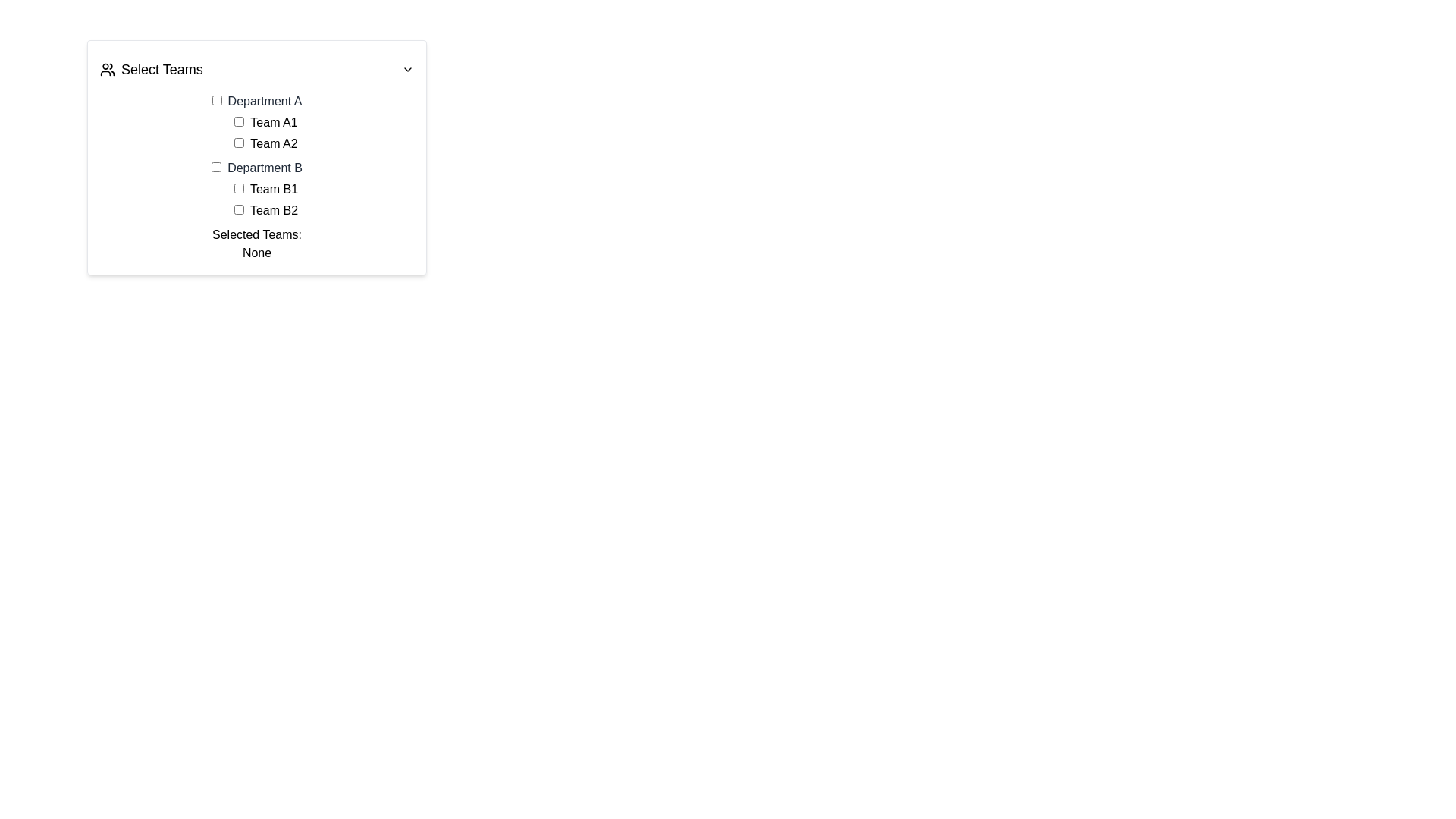 The width and height of the screenshot is (1456, 819). I want to click on the group of people icon, which is a line-art styled vector icon located to the left of the 'Select Teams' text, so click(107, 70).